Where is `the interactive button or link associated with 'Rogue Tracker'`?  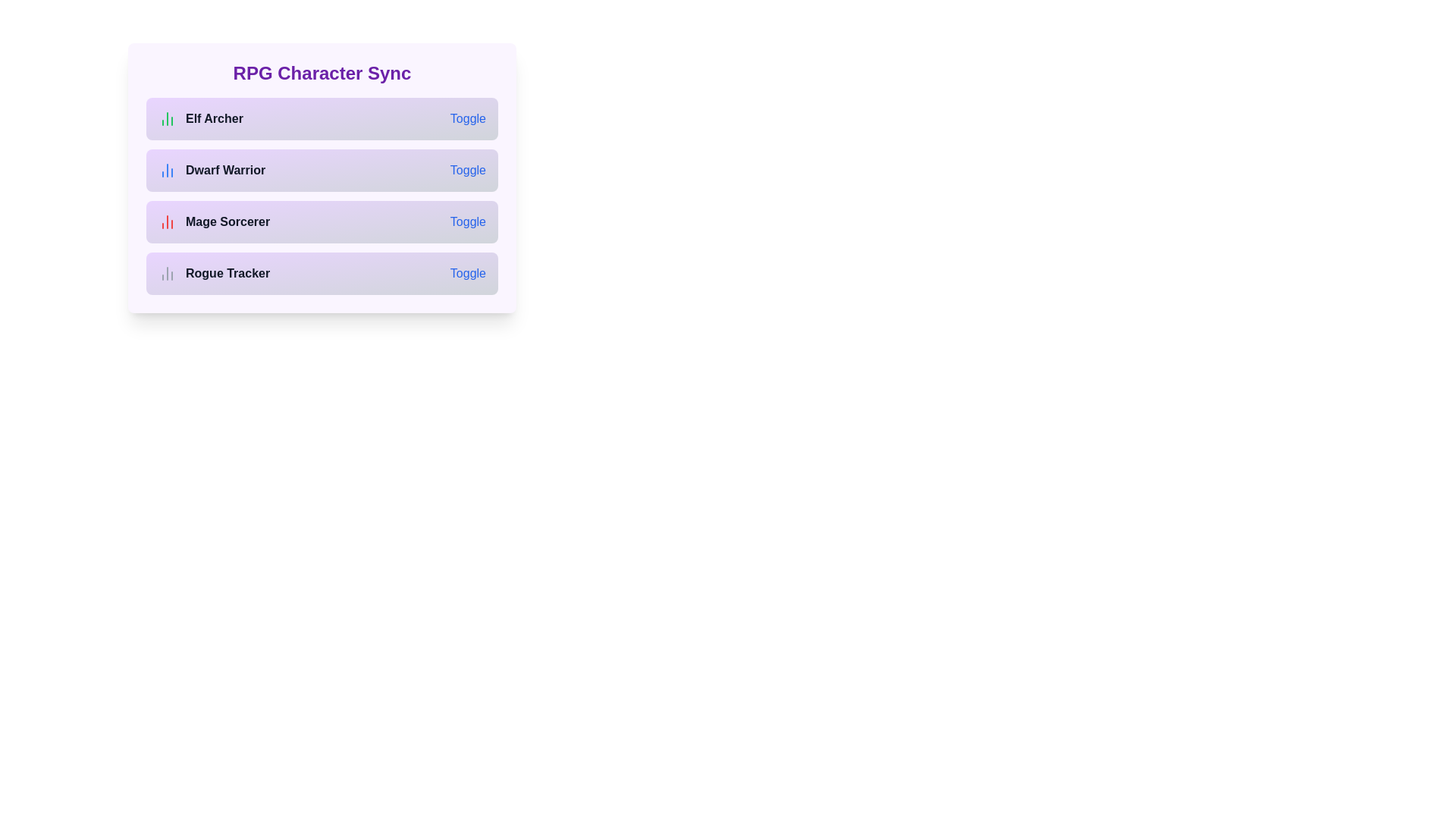 the interactive button or link associated with 'Rogue Tracker' is located at coordinates (467, 274).